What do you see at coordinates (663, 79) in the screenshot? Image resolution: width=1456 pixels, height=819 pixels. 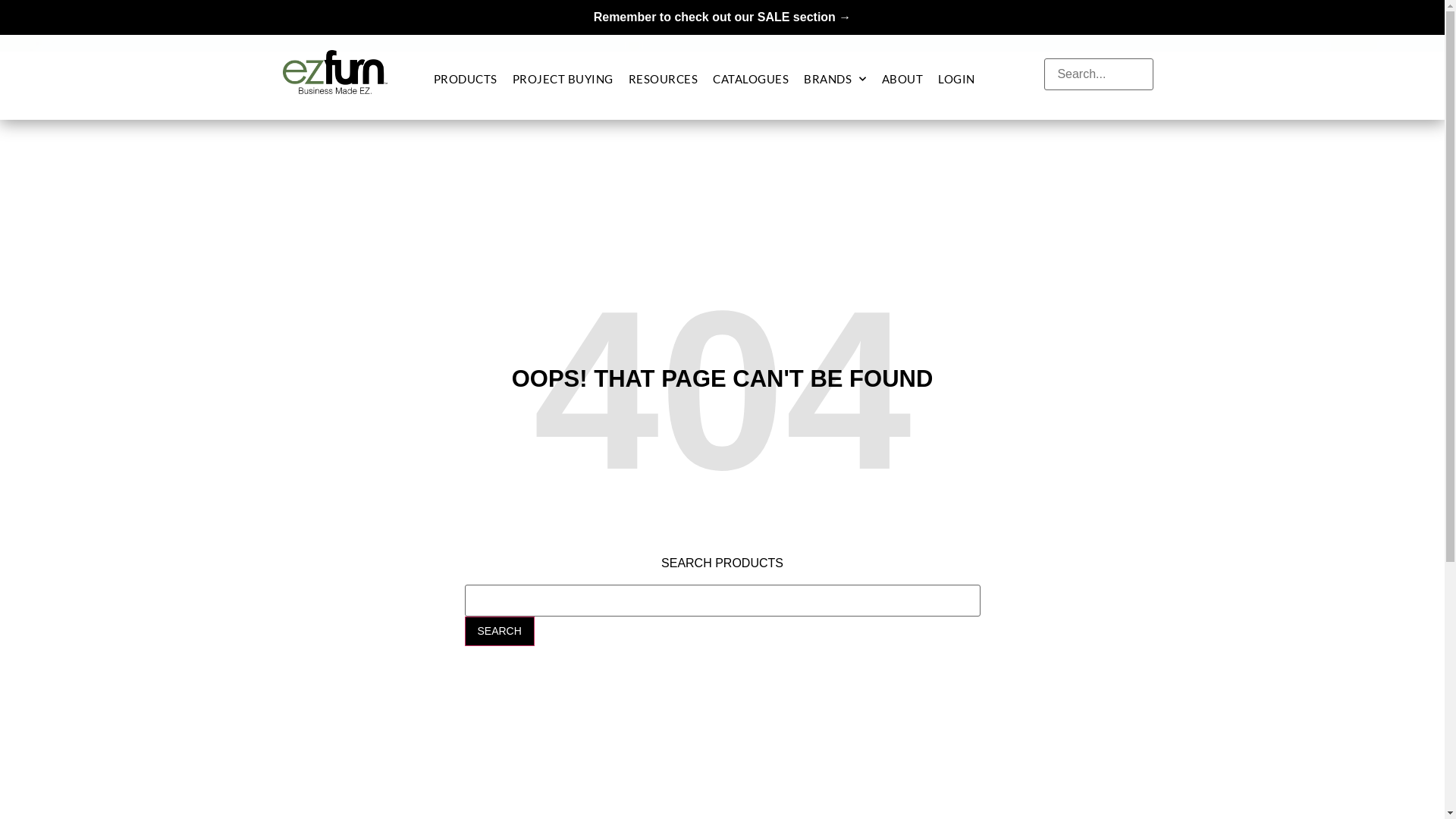 I see `'RESOURCES'` at bounding box center [663, 79].